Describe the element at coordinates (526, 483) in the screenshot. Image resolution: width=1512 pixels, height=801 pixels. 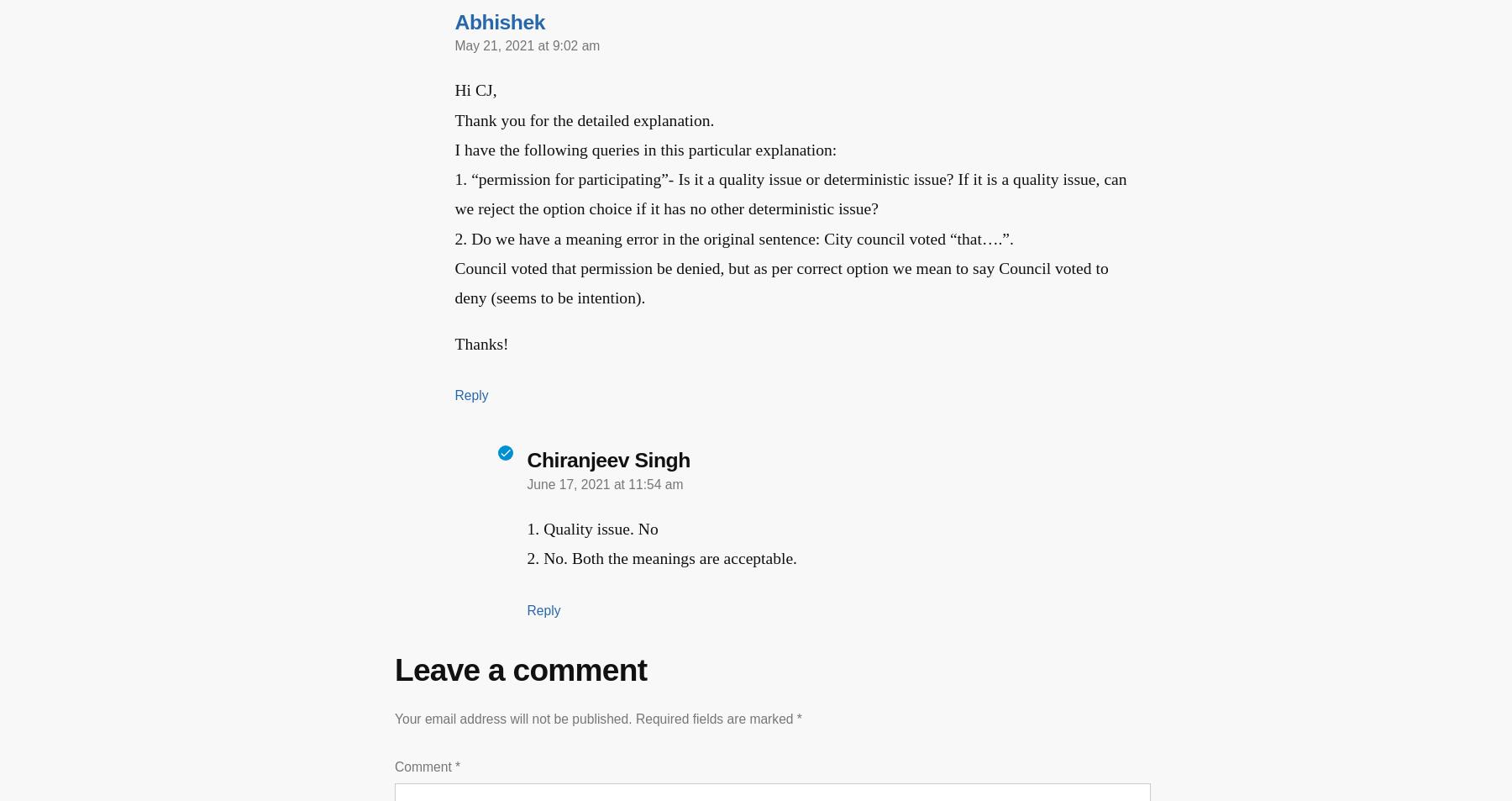
I see `'June 17, 2021 at 11:54 am'` at that location.